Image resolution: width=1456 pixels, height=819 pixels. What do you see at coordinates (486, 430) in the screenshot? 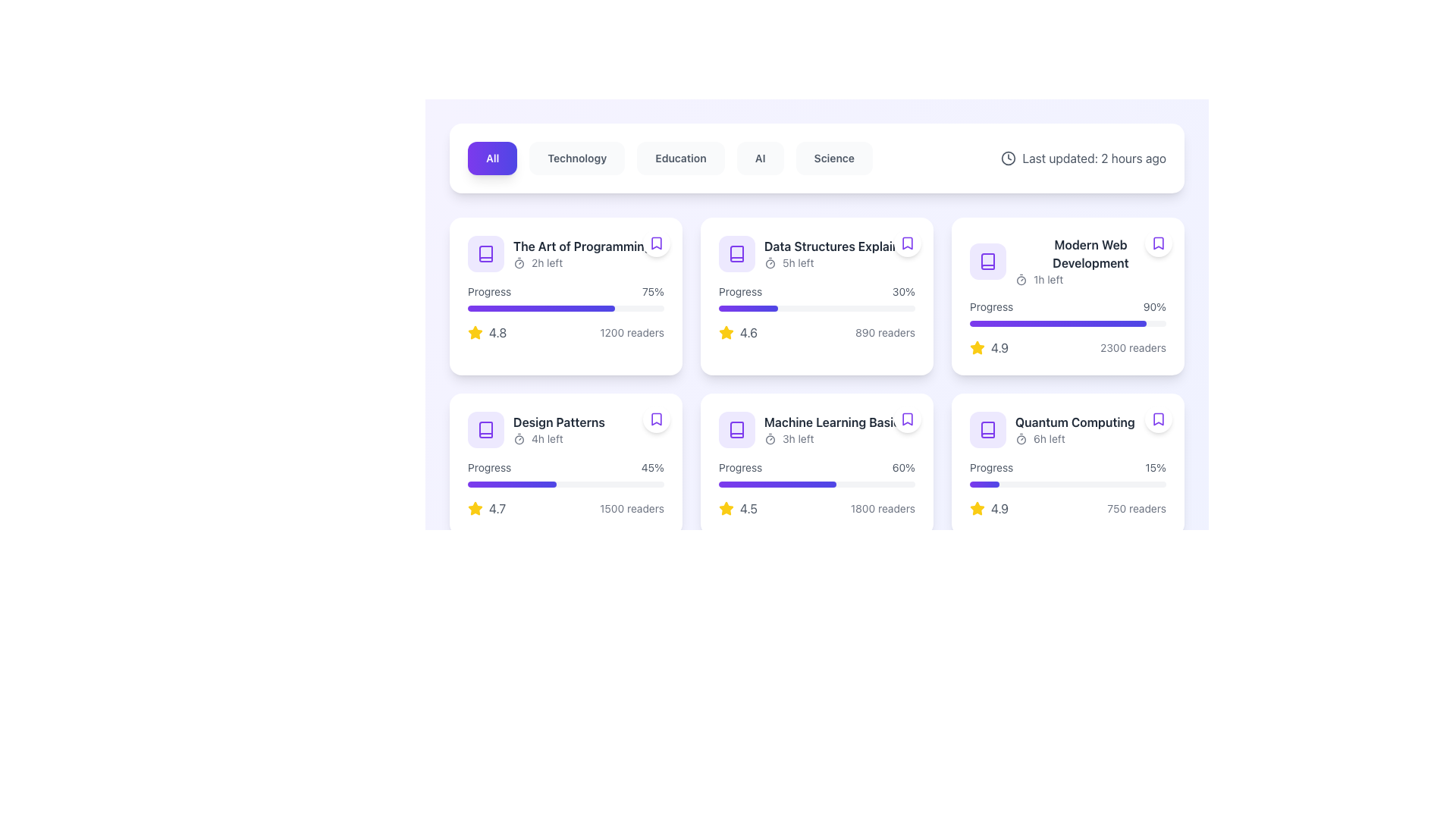
I see `the stylized book icon with a violet color located in the top left corner of the card in the second row, first column of the grid layout` at bounding box center [486, 430].